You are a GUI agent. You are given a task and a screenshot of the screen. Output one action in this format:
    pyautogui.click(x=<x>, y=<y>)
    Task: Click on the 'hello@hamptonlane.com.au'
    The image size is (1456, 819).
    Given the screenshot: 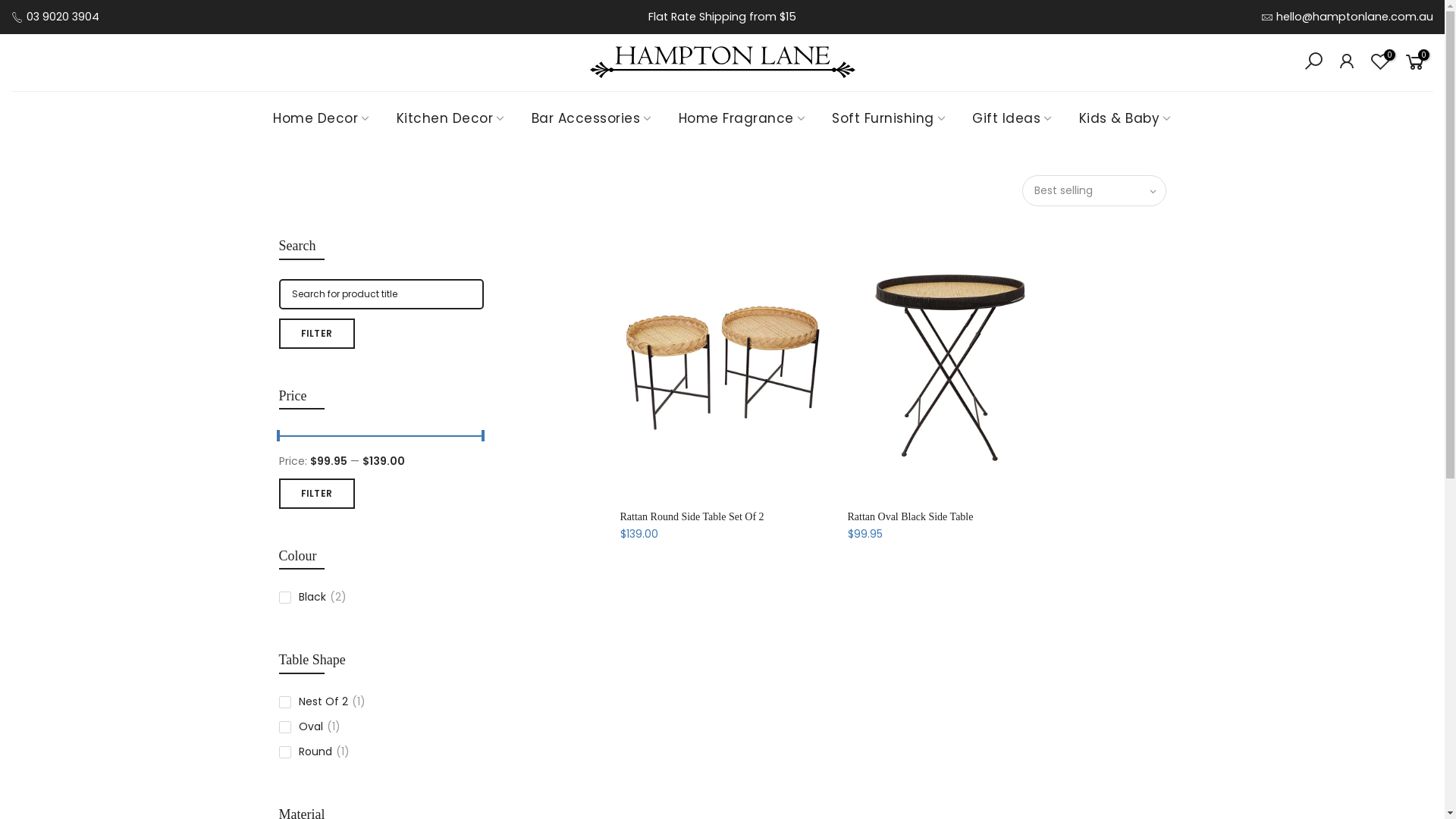 What is the action you would take?
    pyautogui.click(x=1354, y=17)
    